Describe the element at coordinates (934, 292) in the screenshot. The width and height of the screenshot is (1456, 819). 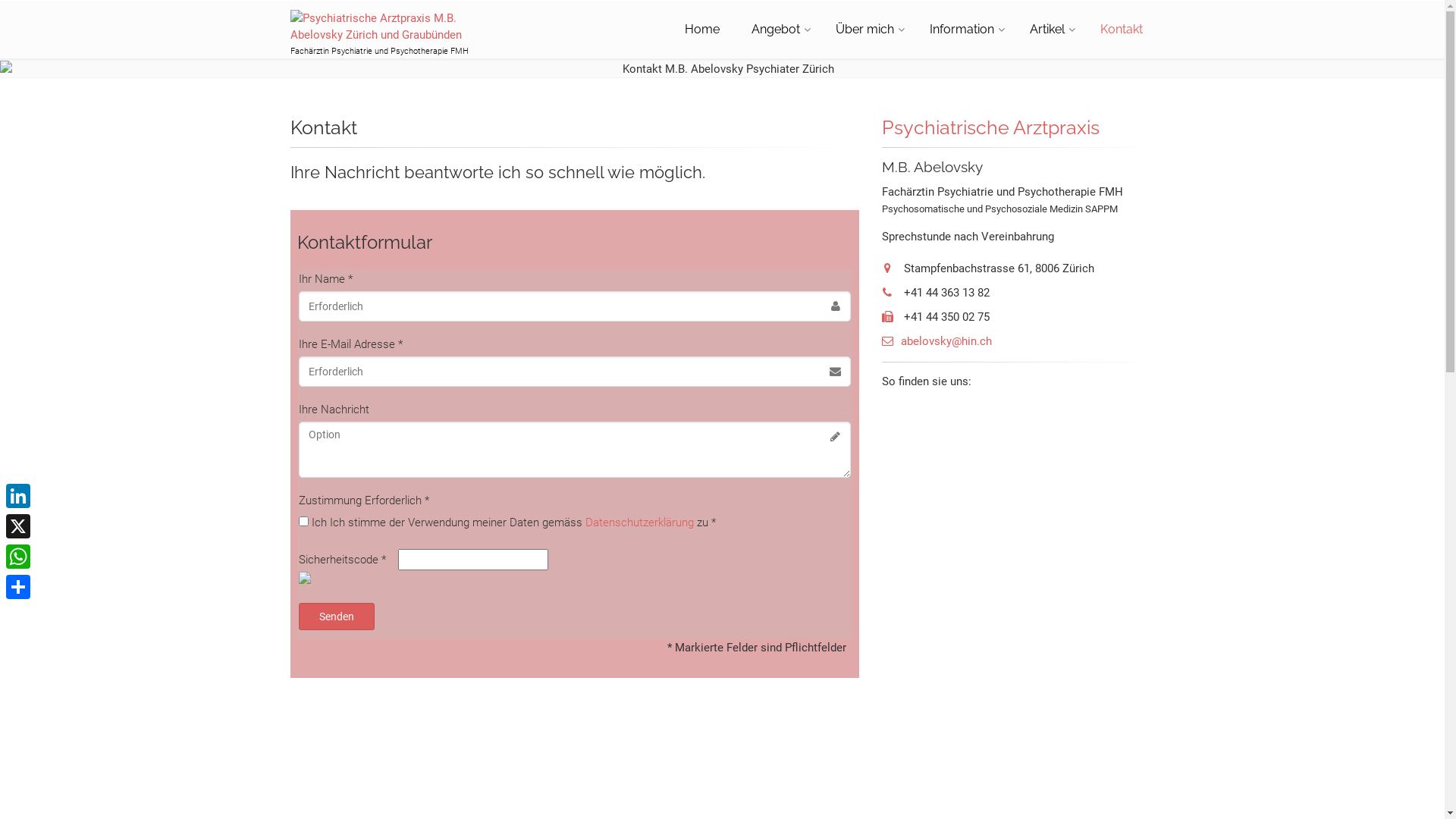
I see `'+41 44 363 13 82'` at that location.